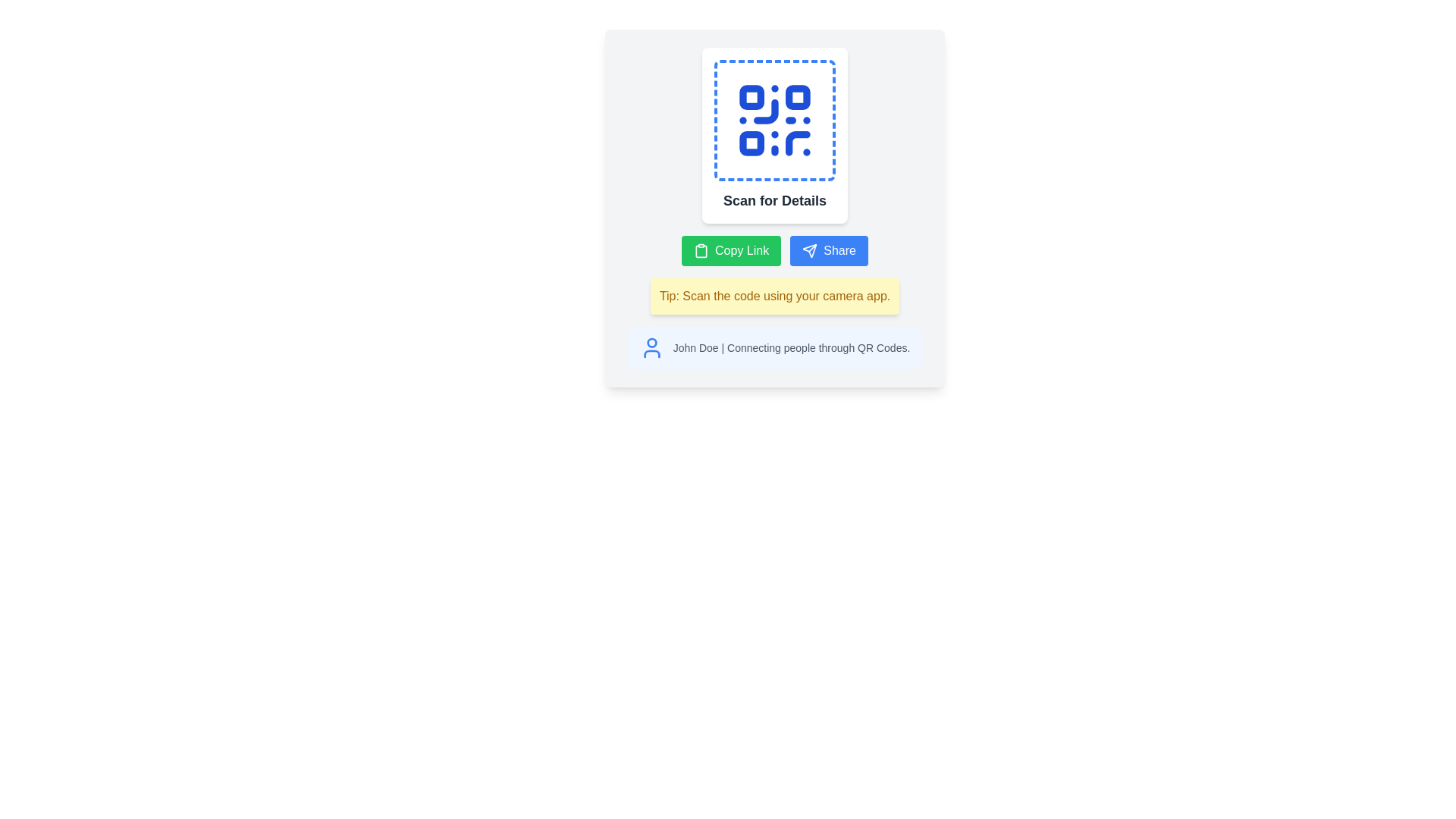 The image size is (1456, 819). I want to click on the text label that states 'Scan for Details', which is styled in bold and grayish-black color, located beneath the QR code graphic, so click(775, 200).